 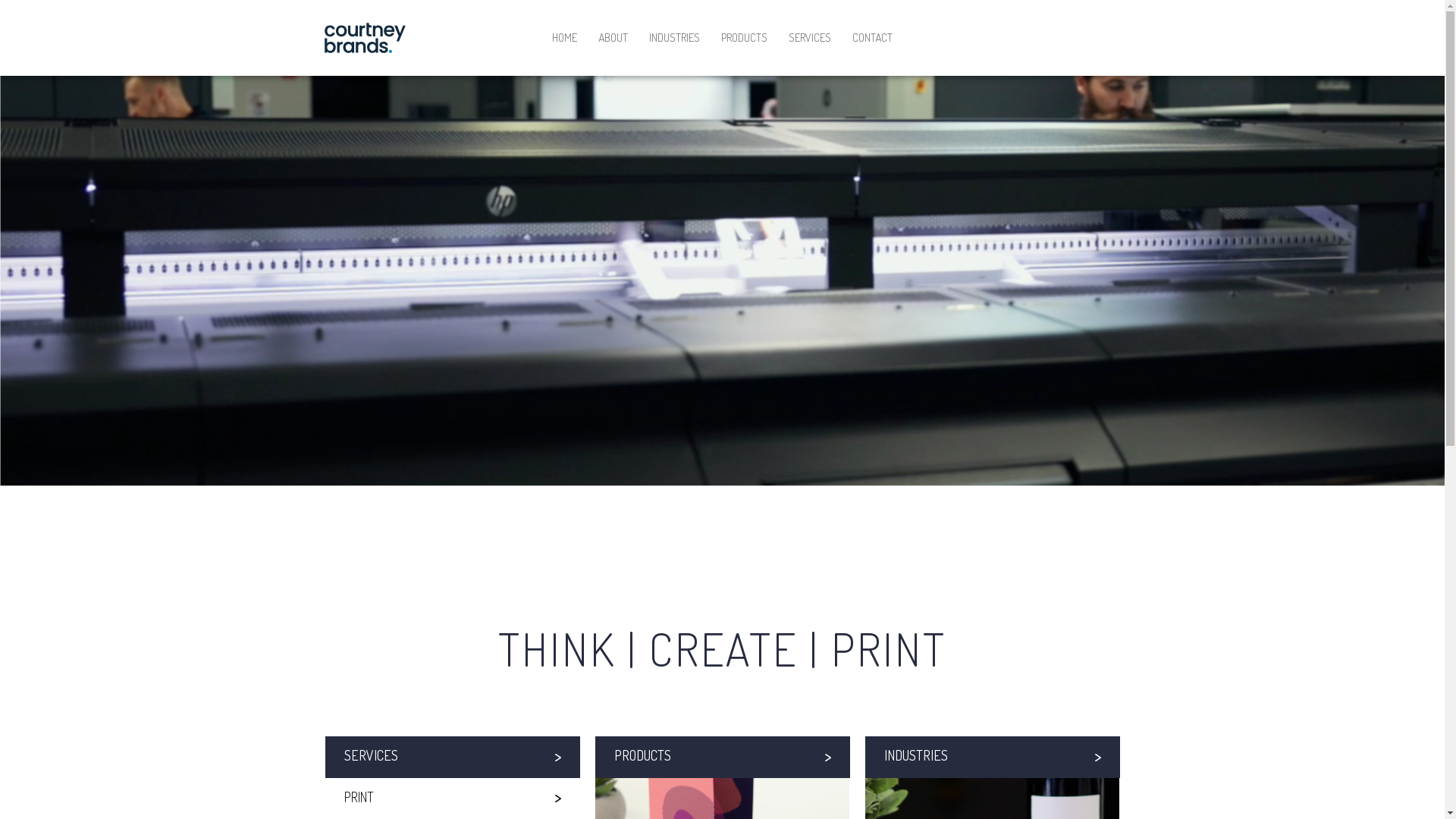 What do you see at coordinates (720, 757) in the screenshot?
I see `'PRODUCTS'` at bounding box center [720, 757].